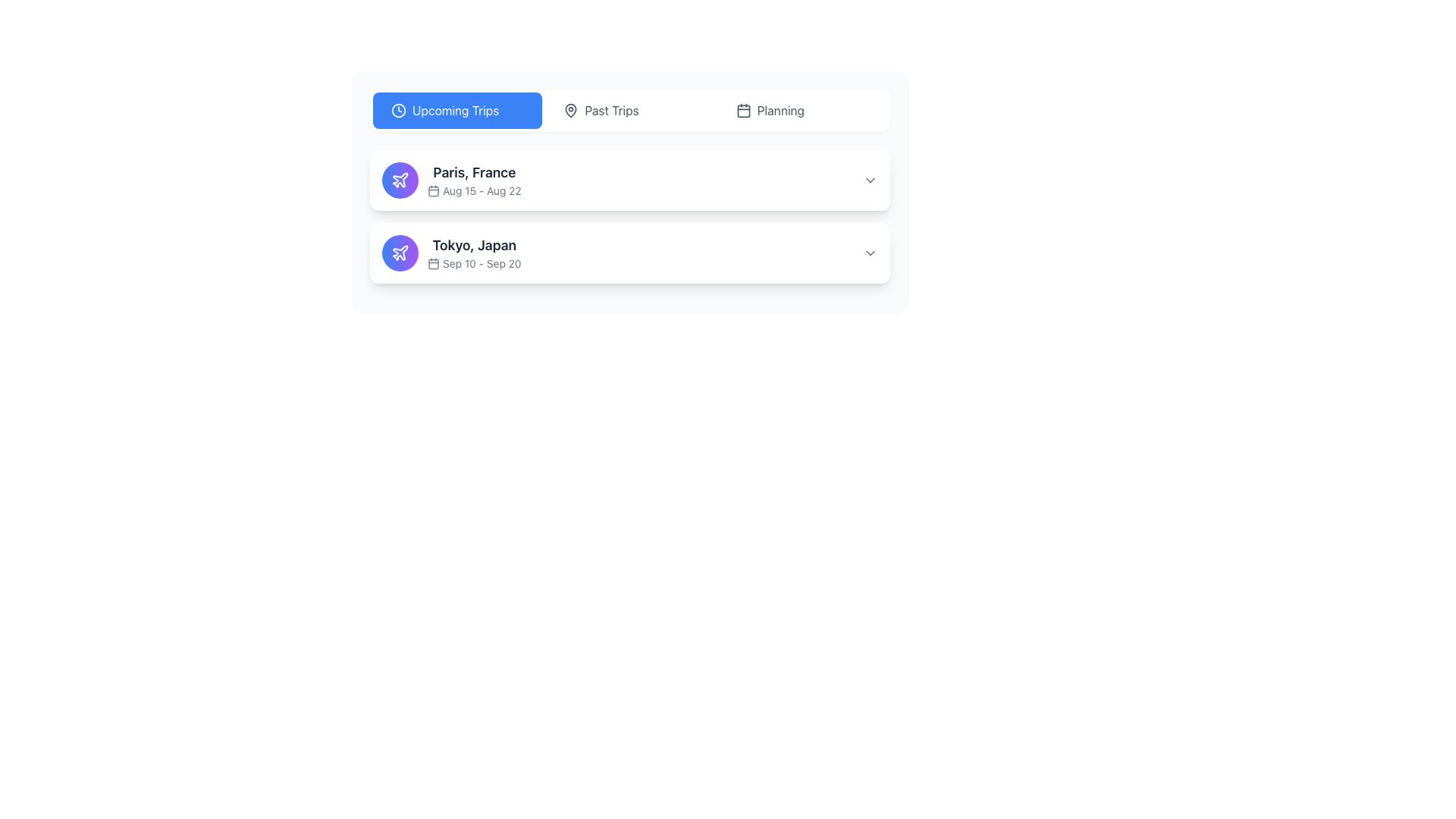 The image size is (1456, 819). Describe the element at coordinates (432, 262) in the screenshot. I see `the calendar icon located to the left of the date range 'Sep 10 - Sep 20' in the second trip card for 'Tokyo, Japan'` at that location.